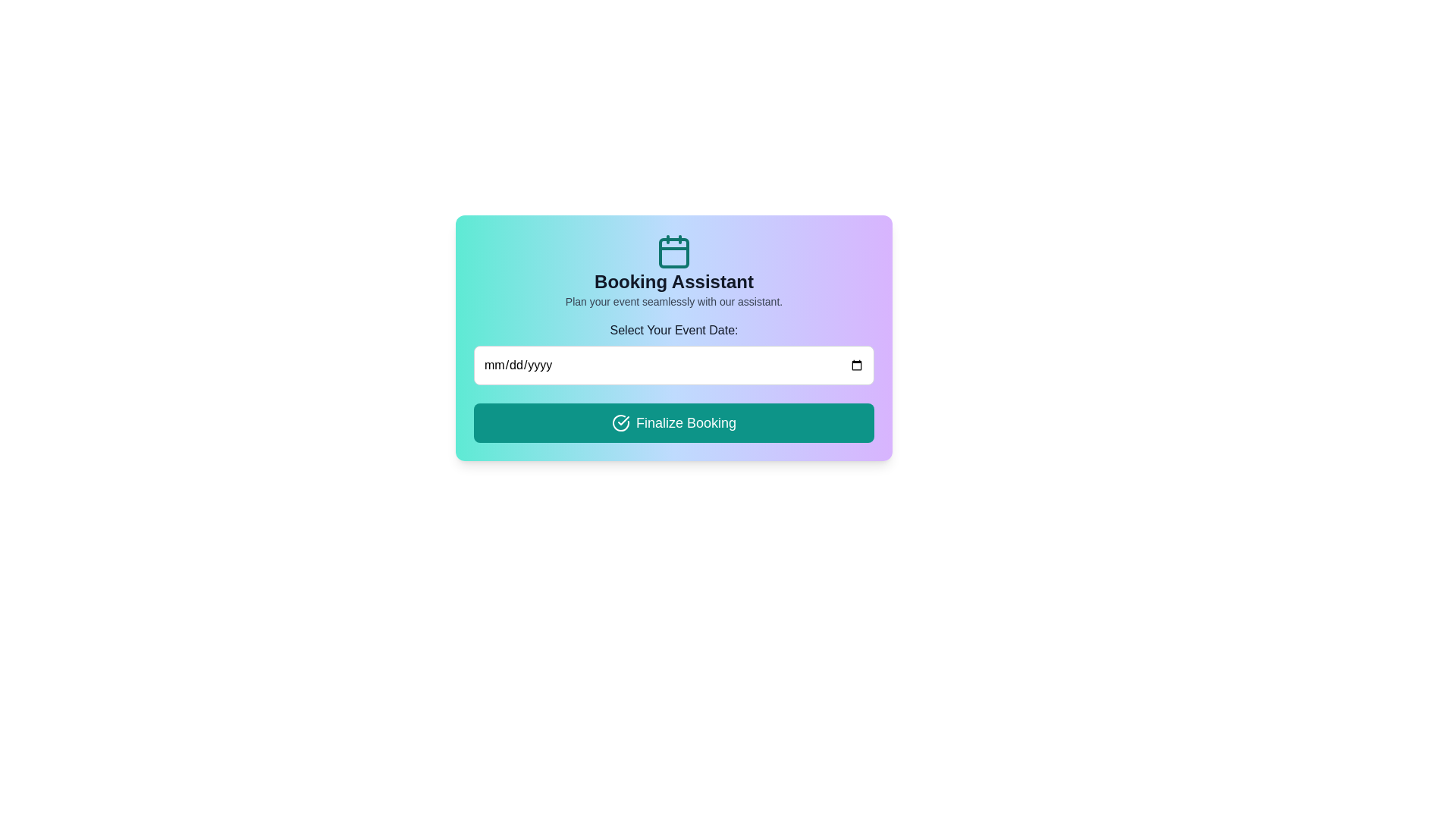 Image resolution: width=1456 pixels, height=819 pixels. What do you see at coordinates (673, 271) in the screenshot?
I see `the informational header block titled 'Booking Assistant' which contains a subtitle and is positioned below a calendar icon` at bounding box center [673, 271].